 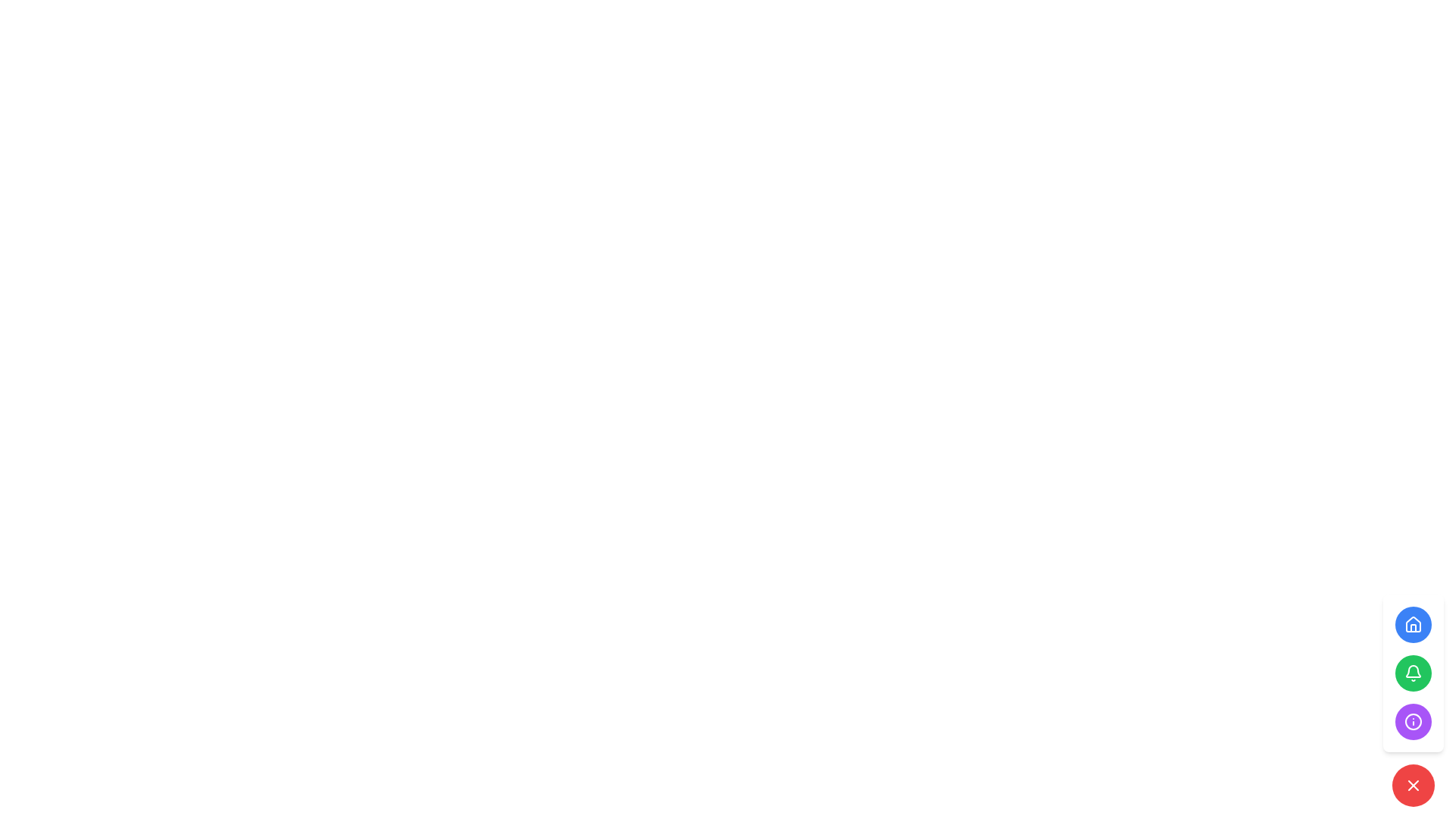 What do you see at coordinates (1412, 672) in the screenshot?
I see `the middle circular button in the vertical stack, which has a green background and a white bell icon` at bounding box center [1412, 672].